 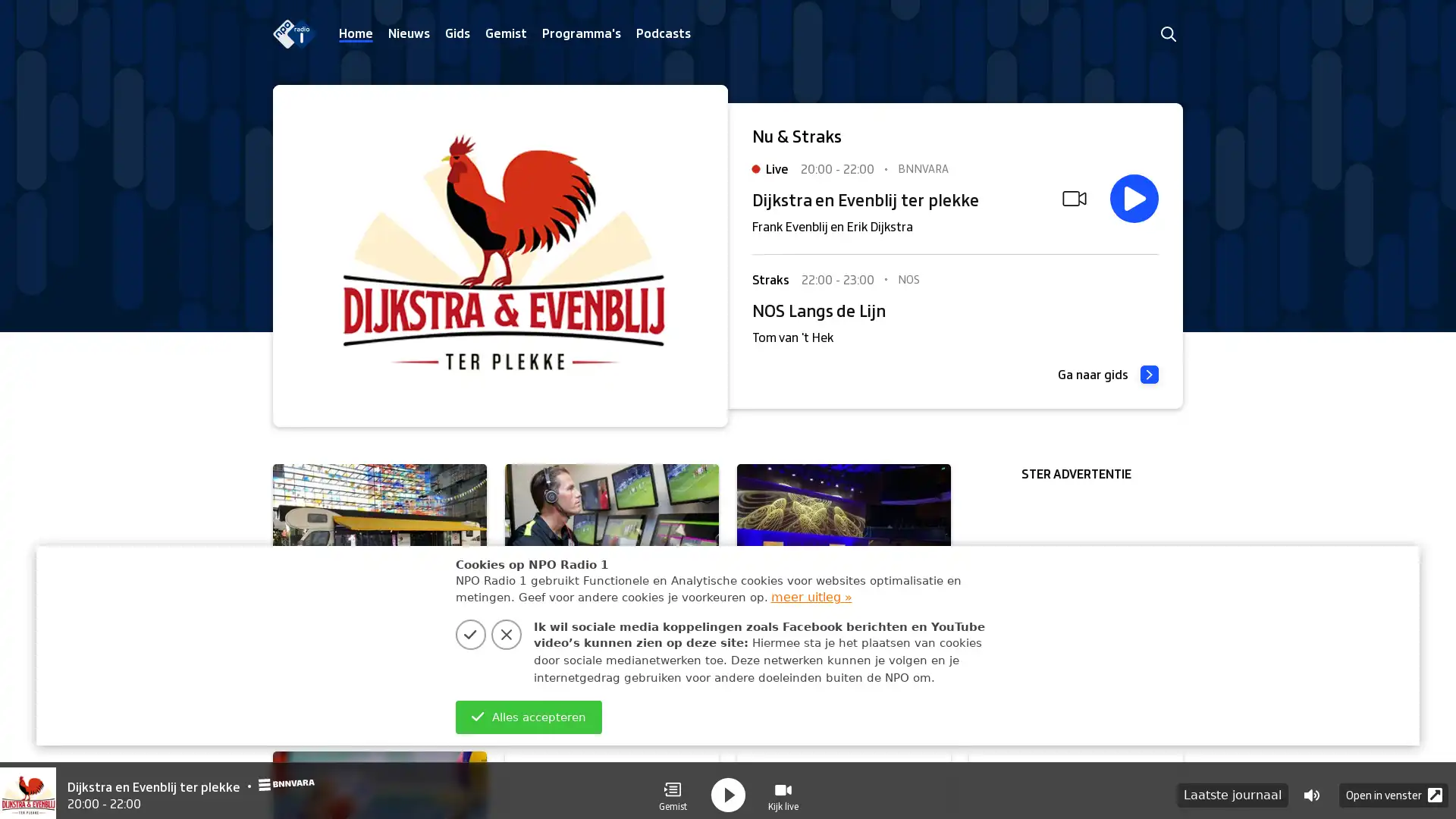 What do you see at coordinates (783, 786) in the screenshot?
I see `Visual Radio Kijk live` at bounding box center [783, 786].